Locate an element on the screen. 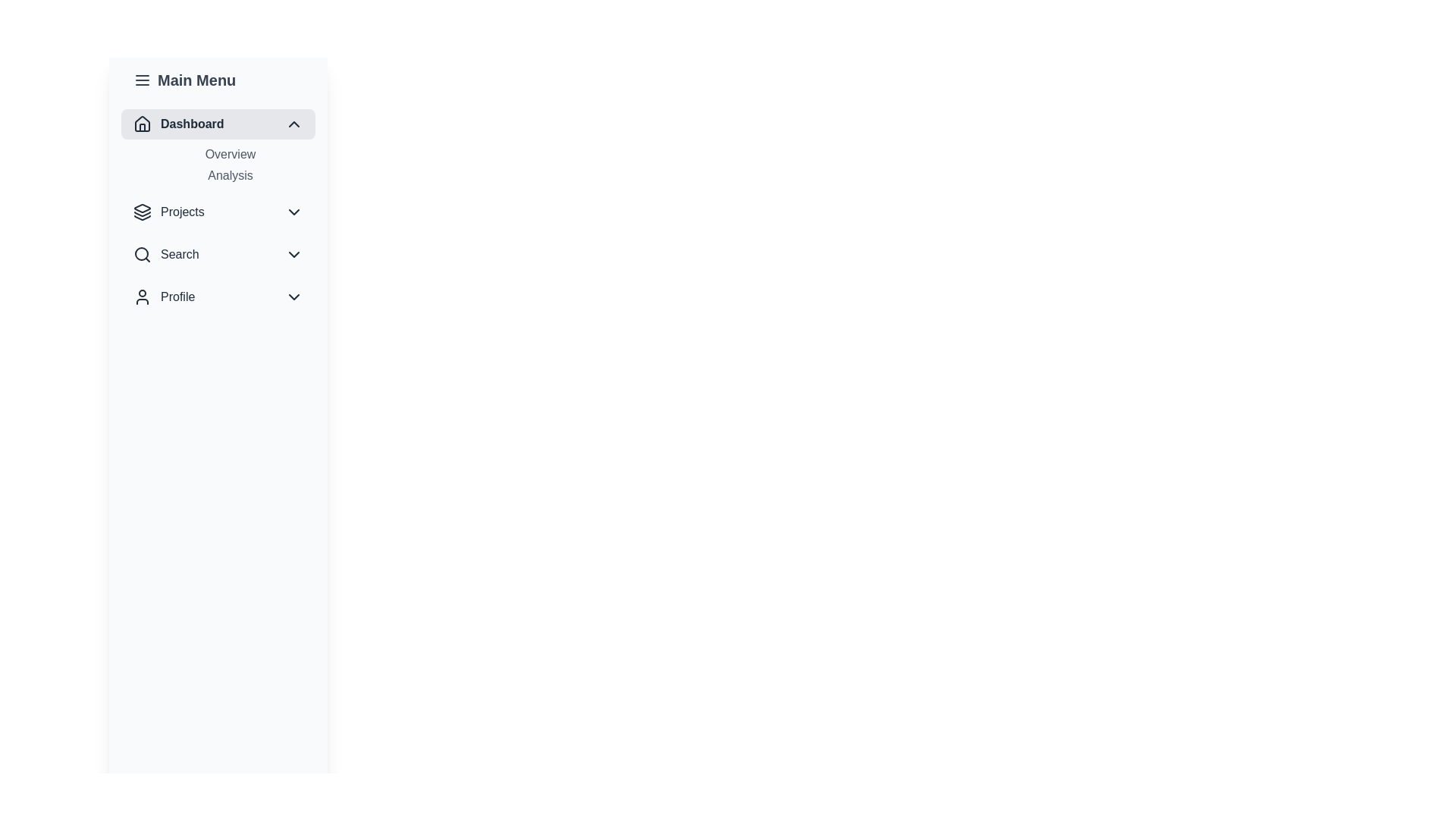  the 'Projects' menu item, which features a stacked layers icon and a clean sans-serif text label is located at coordinates (168, 212).